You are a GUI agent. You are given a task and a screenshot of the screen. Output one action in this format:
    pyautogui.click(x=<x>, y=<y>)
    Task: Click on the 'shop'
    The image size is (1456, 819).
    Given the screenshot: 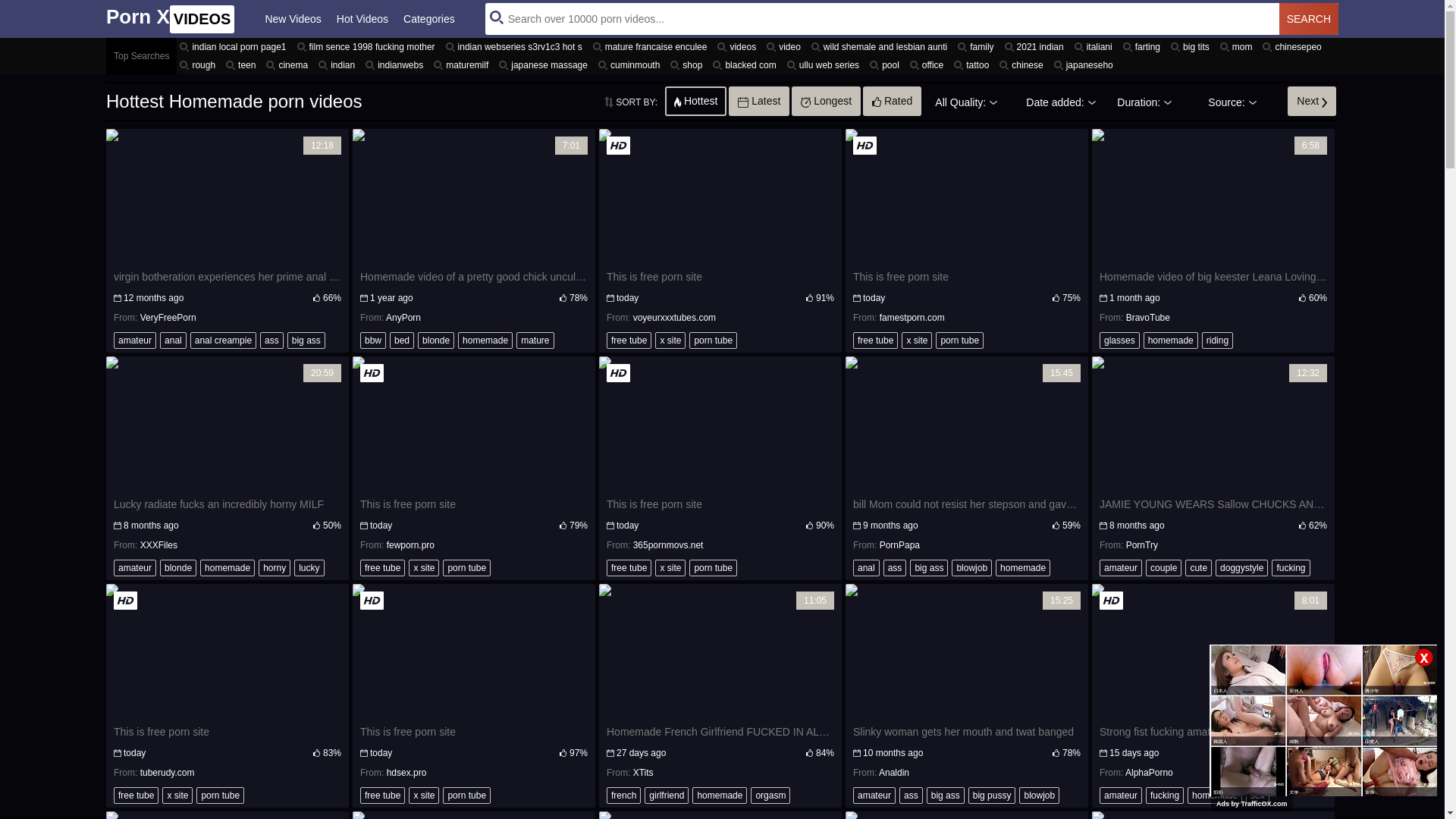 What is the action you would take?
    pyautogui.click(x=667, y=64)
    